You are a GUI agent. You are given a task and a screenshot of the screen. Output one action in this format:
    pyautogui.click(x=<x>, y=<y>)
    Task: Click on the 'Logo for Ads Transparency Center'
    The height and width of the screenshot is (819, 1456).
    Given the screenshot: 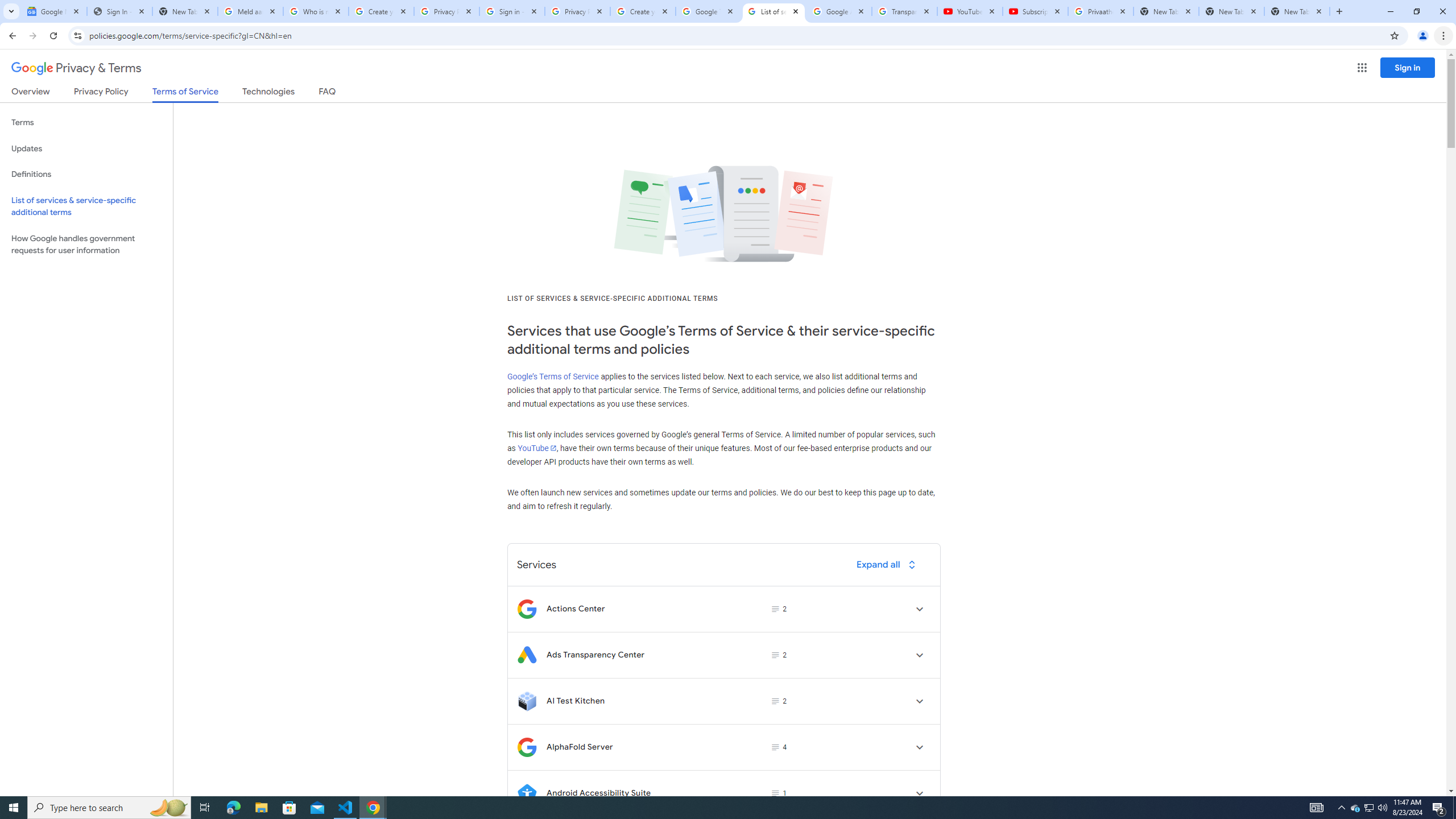 What is the action you would take?
    pyautogui.click(x=526, y=654)
    